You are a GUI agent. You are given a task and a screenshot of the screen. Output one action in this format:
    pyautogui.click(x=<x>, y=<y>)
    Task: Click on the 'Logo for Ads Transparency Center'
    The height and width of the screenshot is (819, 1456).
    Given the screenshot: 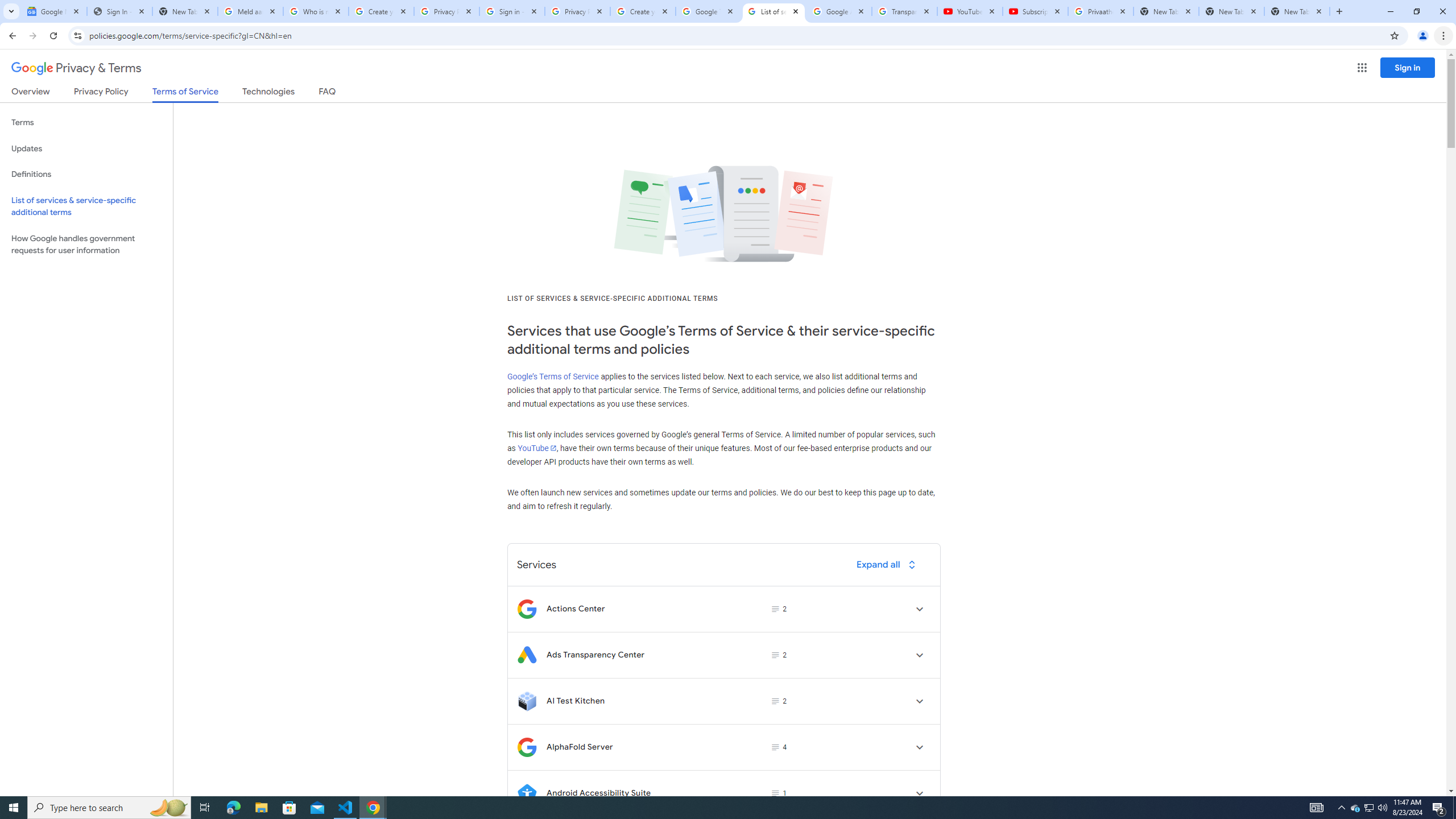 What is the action you would take?
    pyautogui.click(x=526, y=654)
    